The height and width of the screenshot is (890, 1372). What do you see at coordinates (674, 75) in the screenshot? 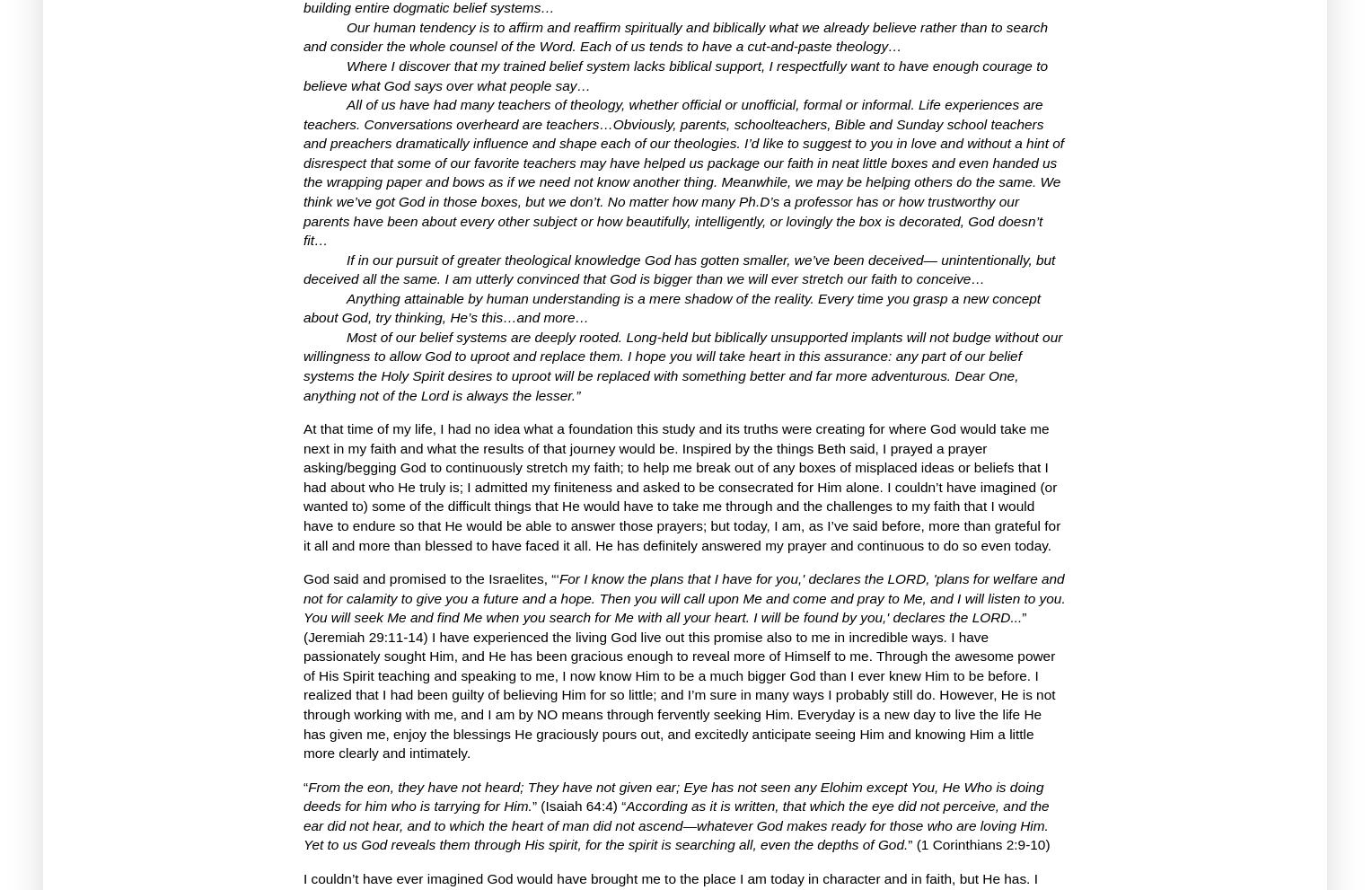
I see `'Where I discover that my trained belief system lacks biblical support, I respectfully want to have enough courage to believe what God says over what people say…'` at bounding box center [674, 75].